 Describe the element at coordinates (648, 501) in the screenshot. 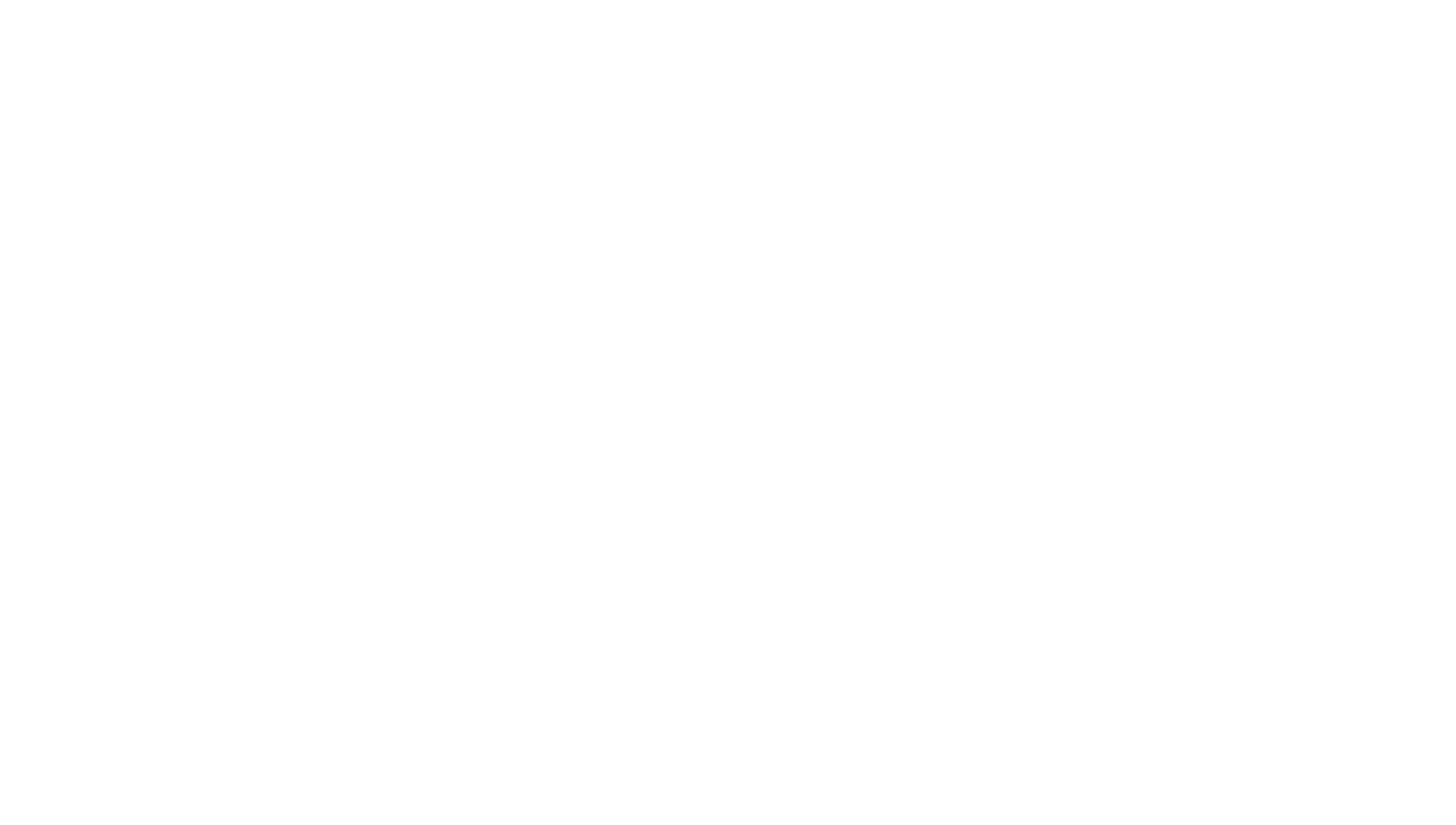

I see `'Auralex Debuts EcoPrint Custom-Printed Acoustical Absorbers'` at that location.